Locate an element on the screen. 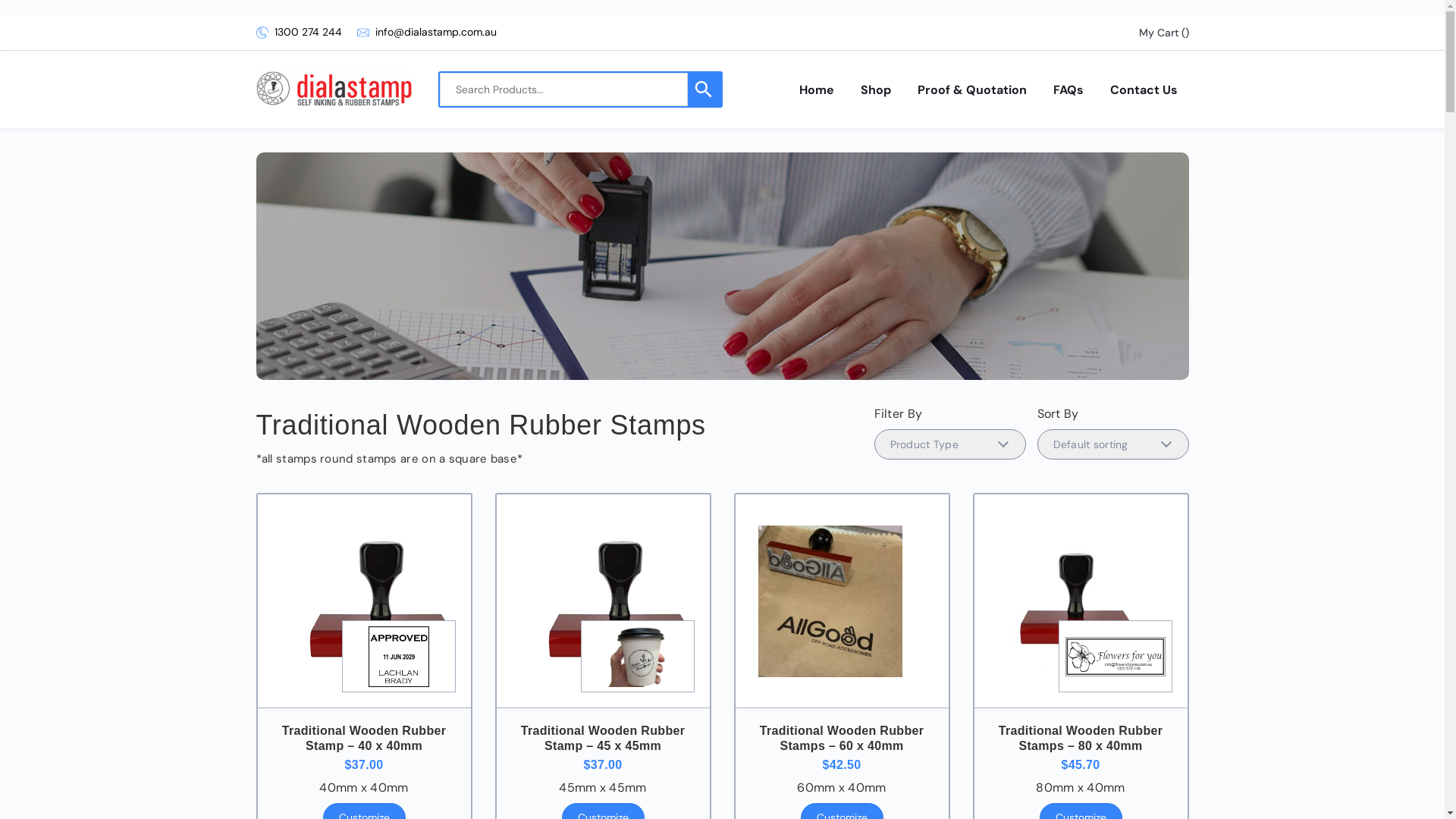 The height and width of the screenshot is (819, 1456). 'FAQs' is located at coordinates (1066, 89).